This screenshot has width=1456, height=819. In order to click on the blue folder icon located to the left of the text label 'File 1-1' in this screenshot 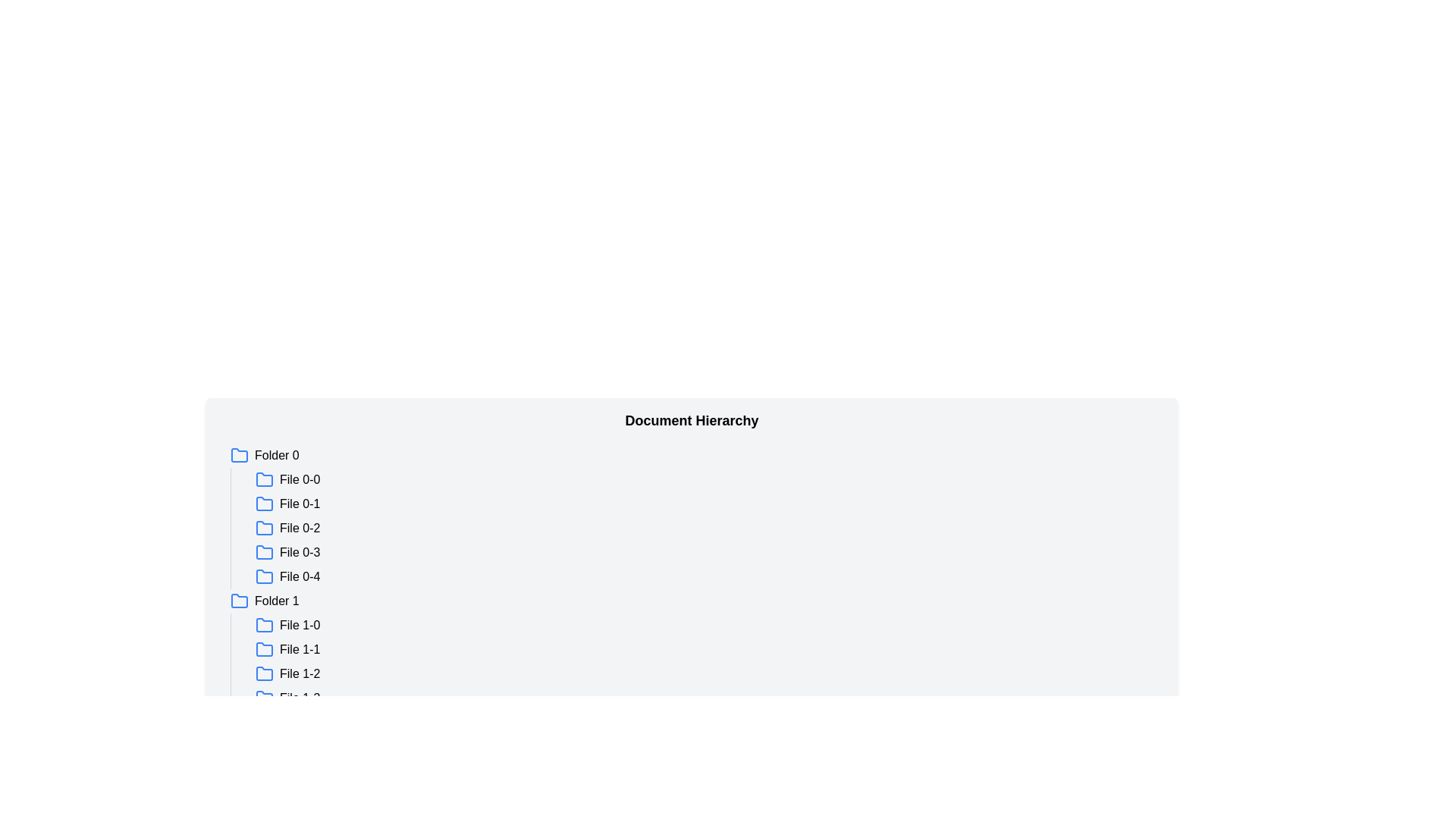, I will do `click(265, 648)`.